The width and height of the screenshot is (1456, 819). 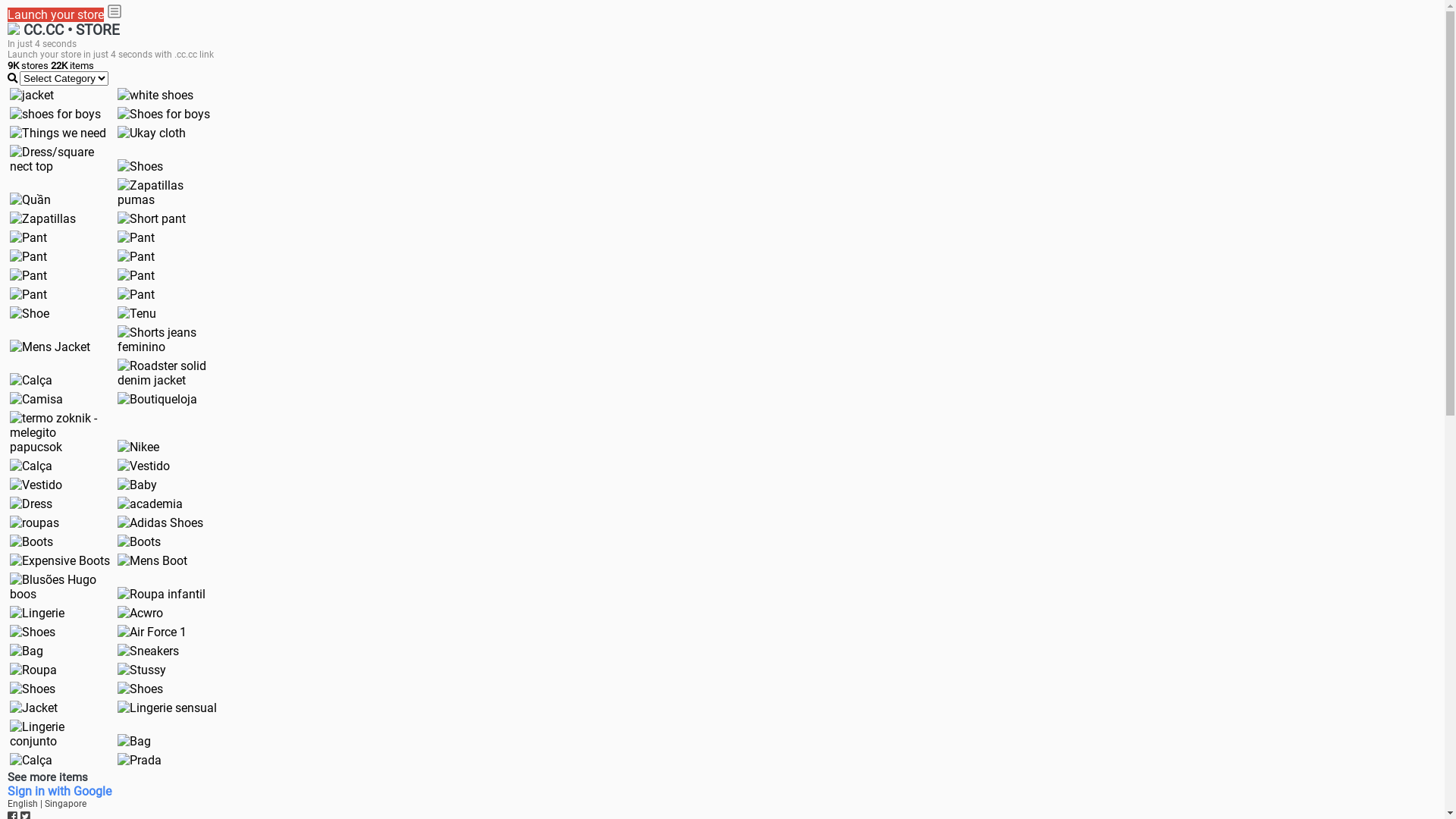 What do you see at coordinates (152, 218) in the screenshot?
I see `'Short pant'` at bounding box center [152, 218].